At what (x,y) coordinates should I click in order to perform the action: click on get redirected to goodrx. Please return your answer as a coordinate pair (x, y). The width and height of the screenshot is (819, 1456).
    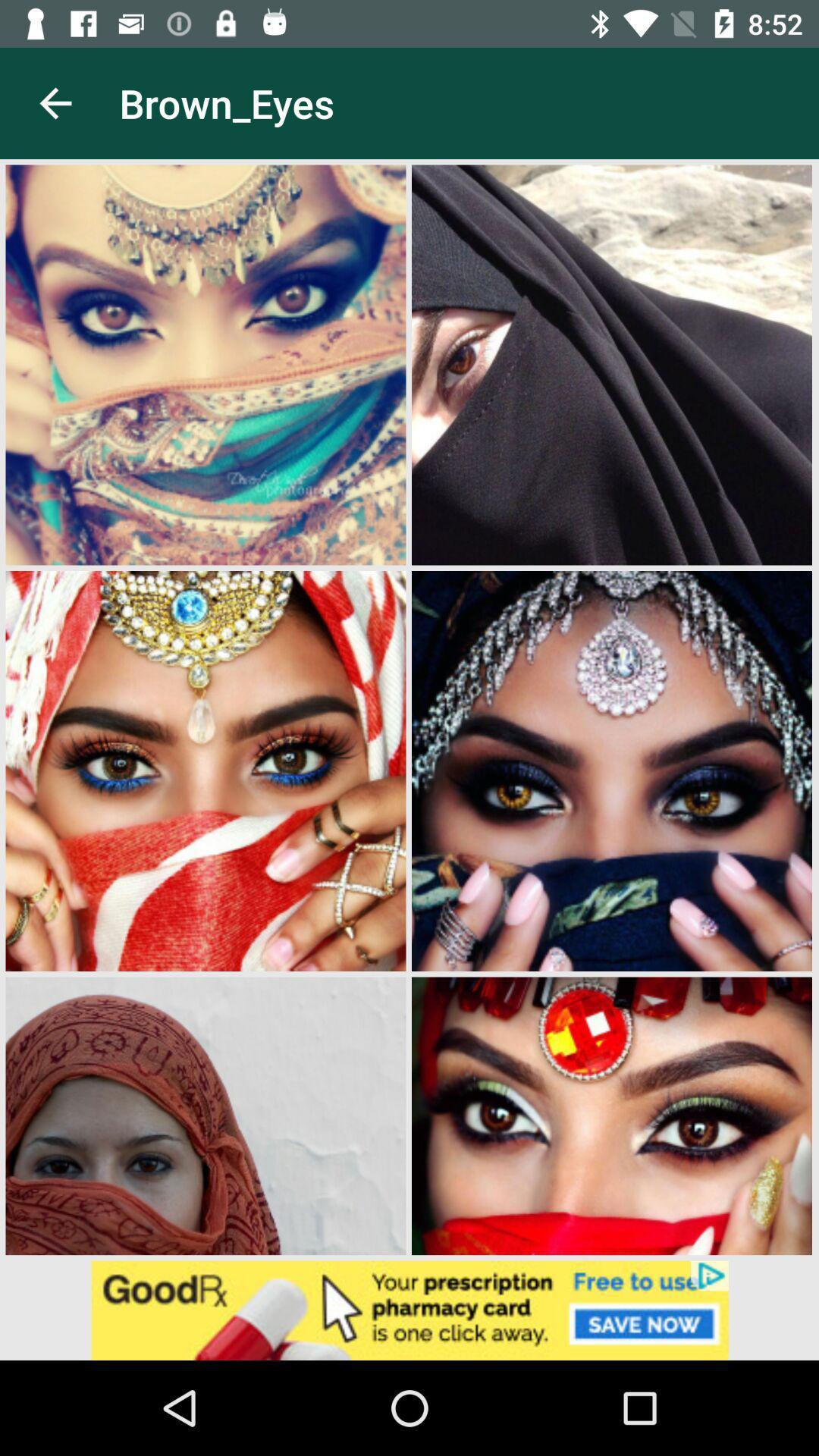
    Looking at the image, I should click on (409, 1310).